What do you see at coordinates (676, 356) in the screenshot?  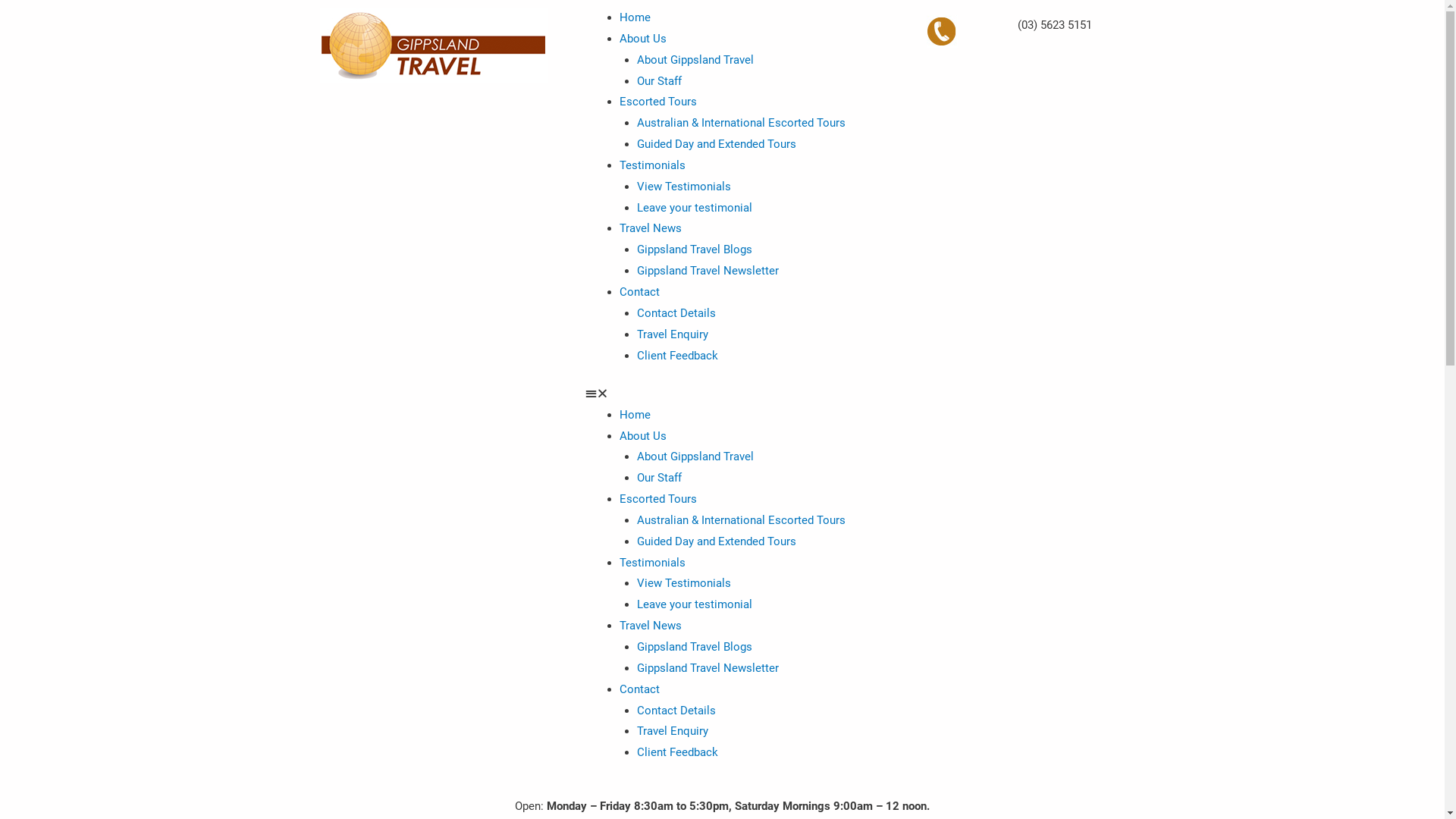 I see `'Client Feedback'` at bounding box center [676, 356].